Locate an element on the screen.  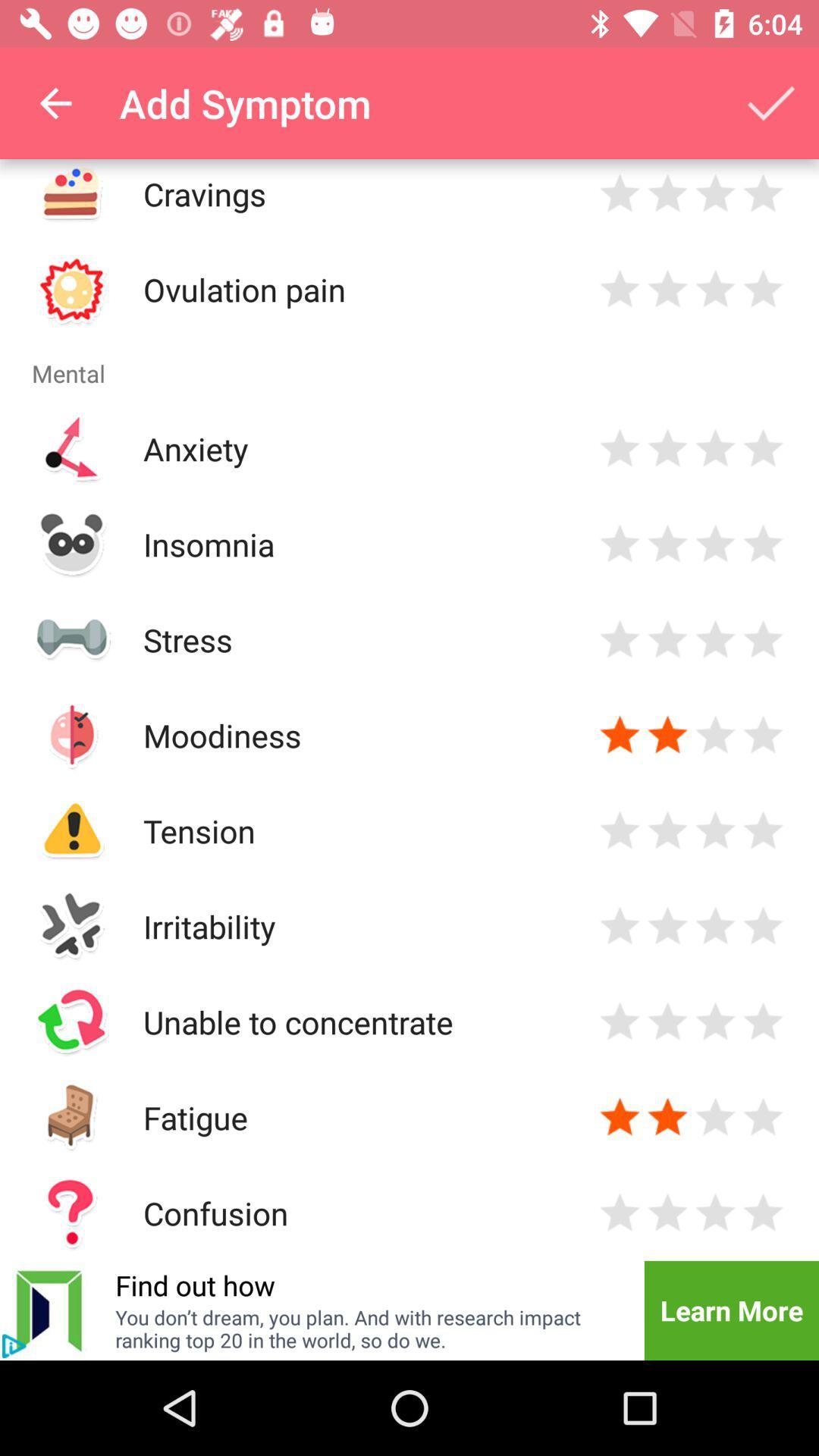
mark as two stars is located at coordinates (667, 193).